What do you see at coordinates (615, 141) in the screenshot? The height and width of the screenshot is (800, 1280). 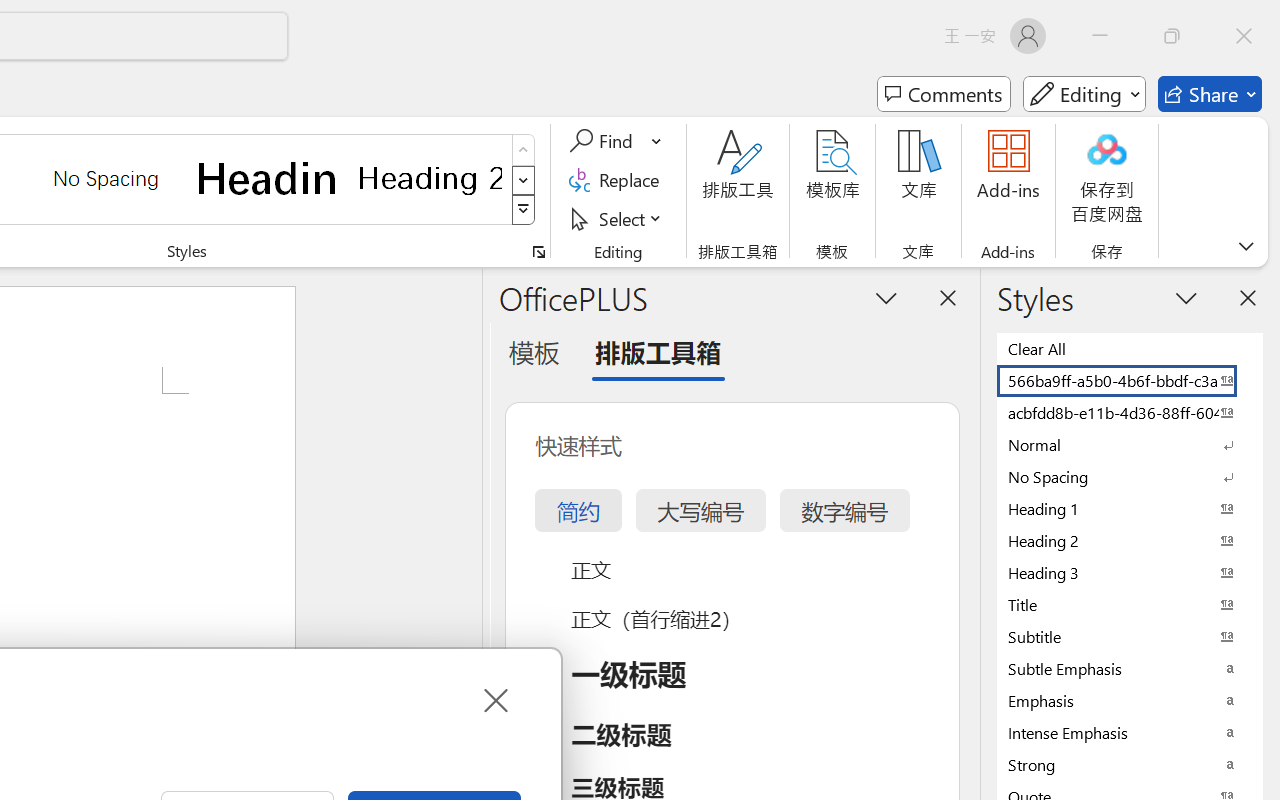 I see `'Find'` at bounding box center [615, 141].